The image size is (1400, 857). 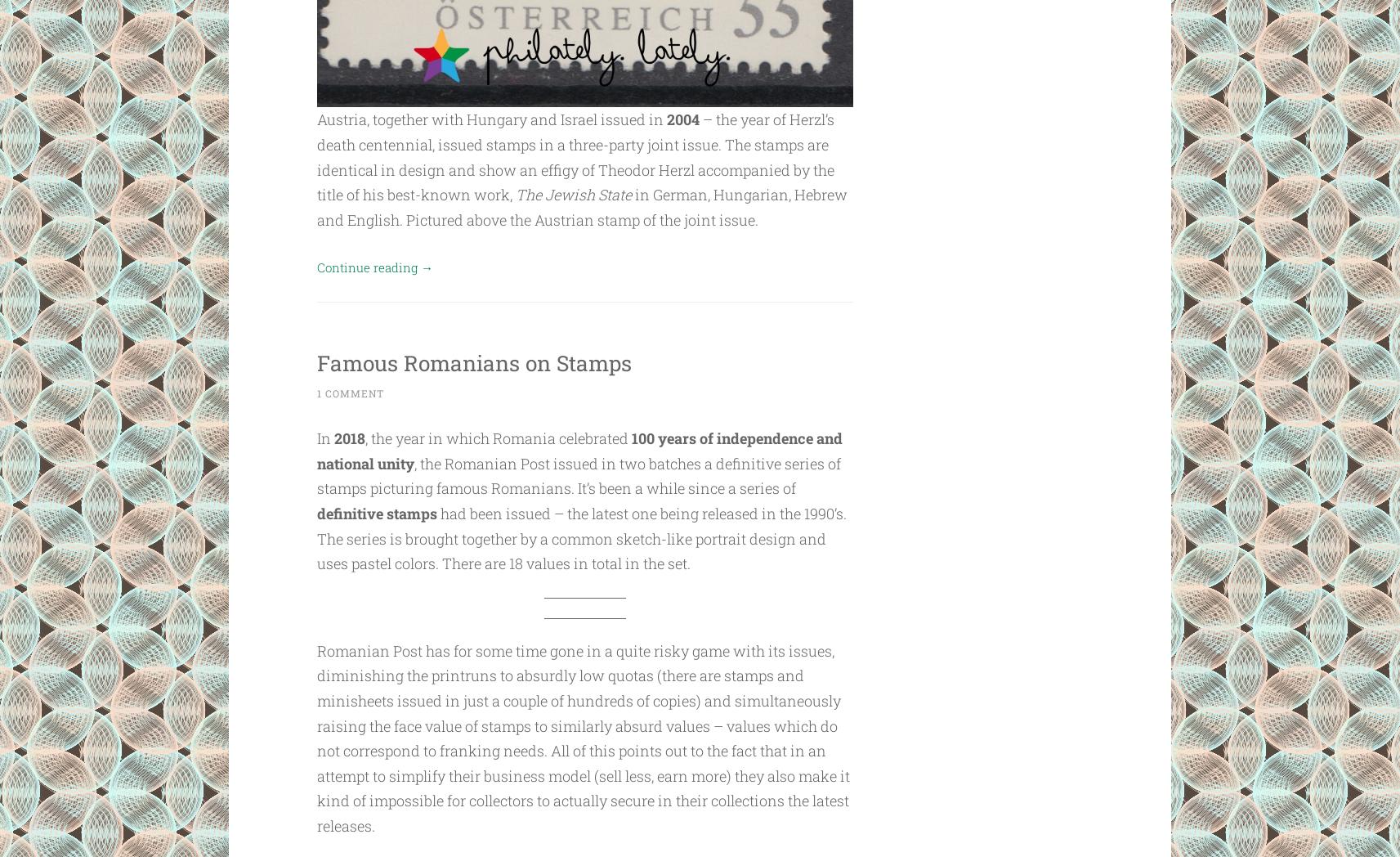 I want to click on '100 years of independence and national unity', so click(x=579, y=450).